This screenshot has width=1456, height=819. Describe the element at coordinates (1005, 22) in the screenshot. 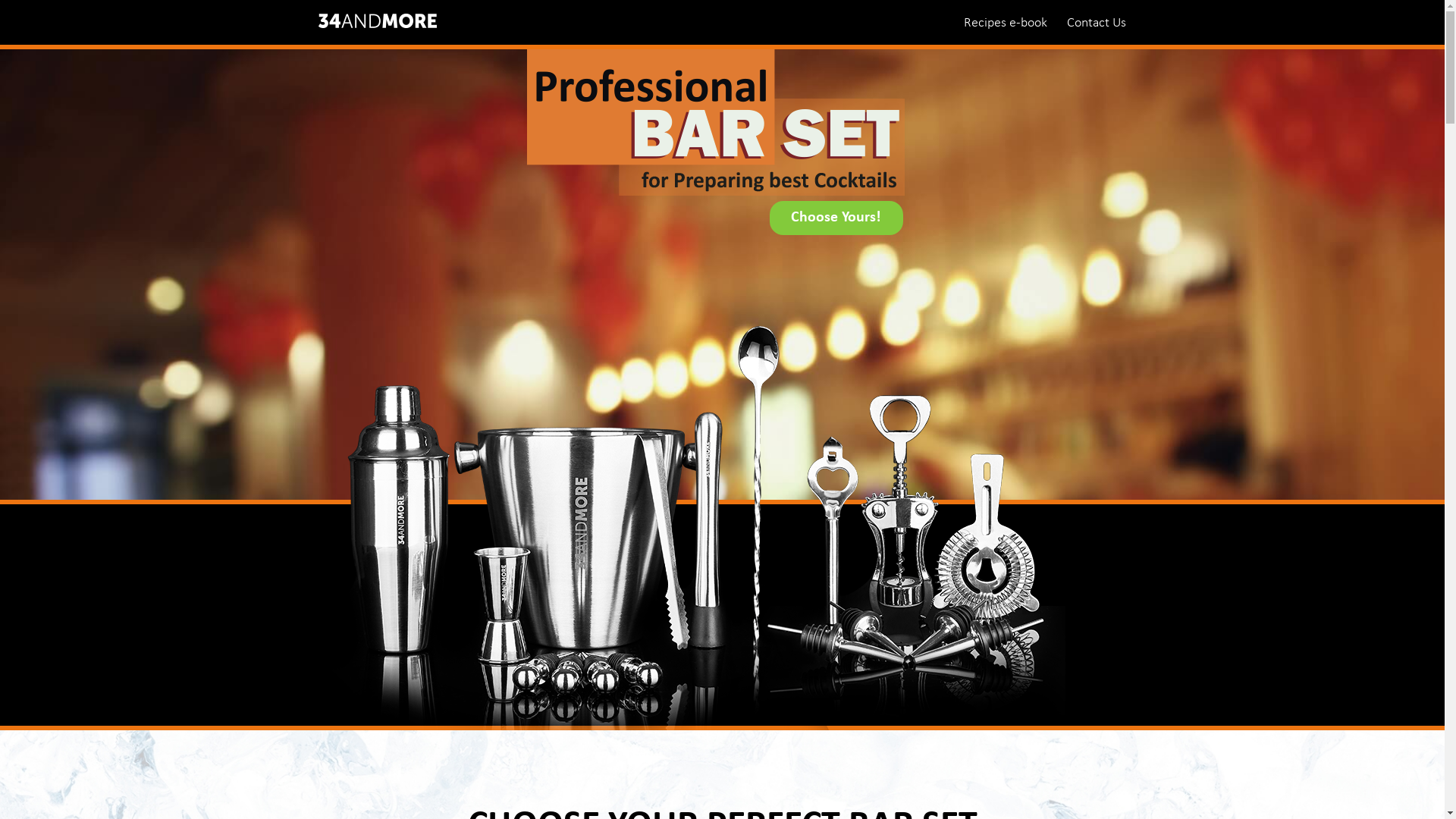

I see `'Recipes e-book'` at that location.